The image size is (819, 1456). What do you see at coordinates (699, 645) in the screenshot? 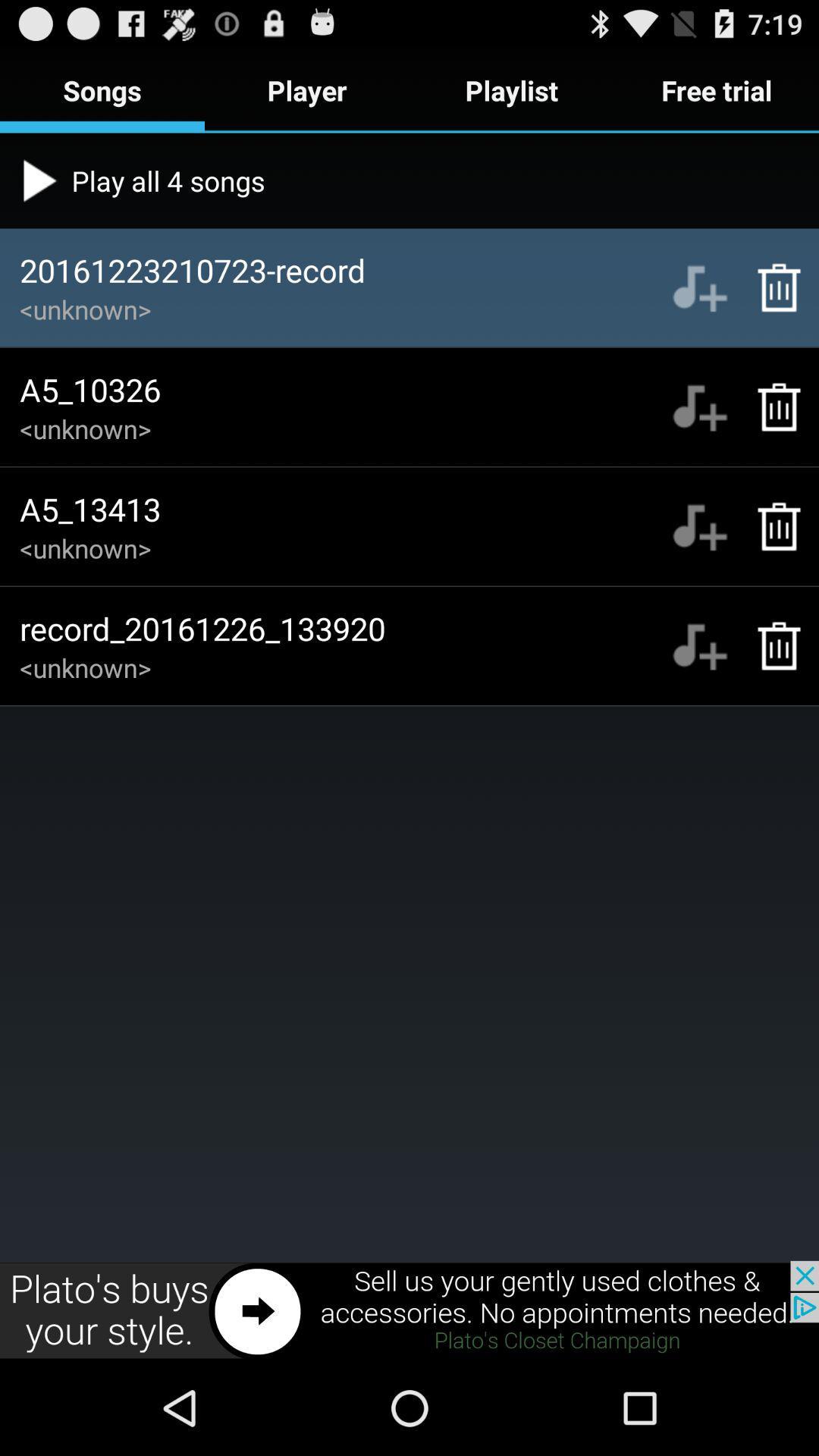
I see `to playlist` at bounding box center [699, 645].